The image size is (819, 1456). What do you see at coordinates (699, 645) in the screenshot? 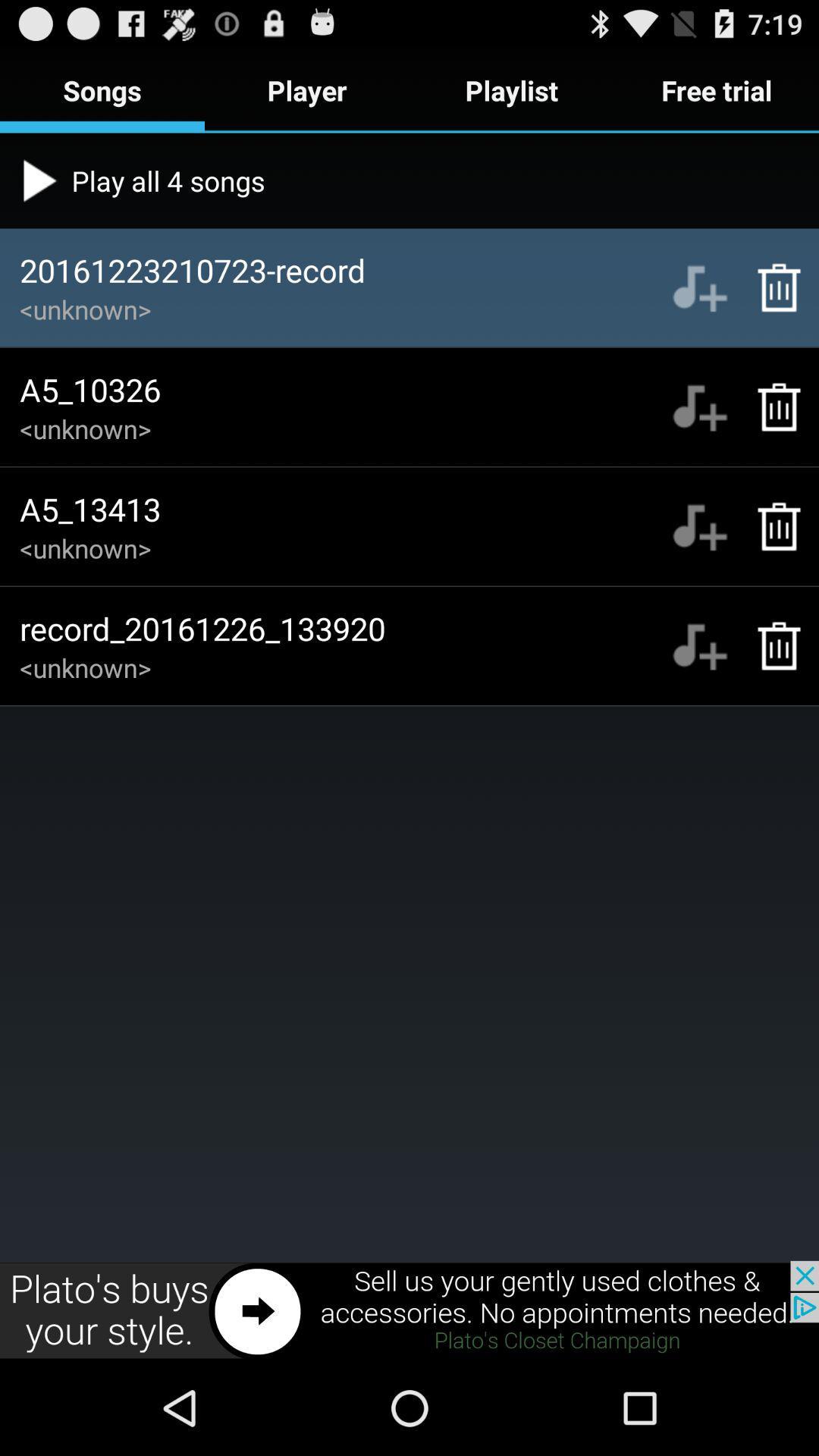
I see `to playlist` at bounding box center [699, 645].